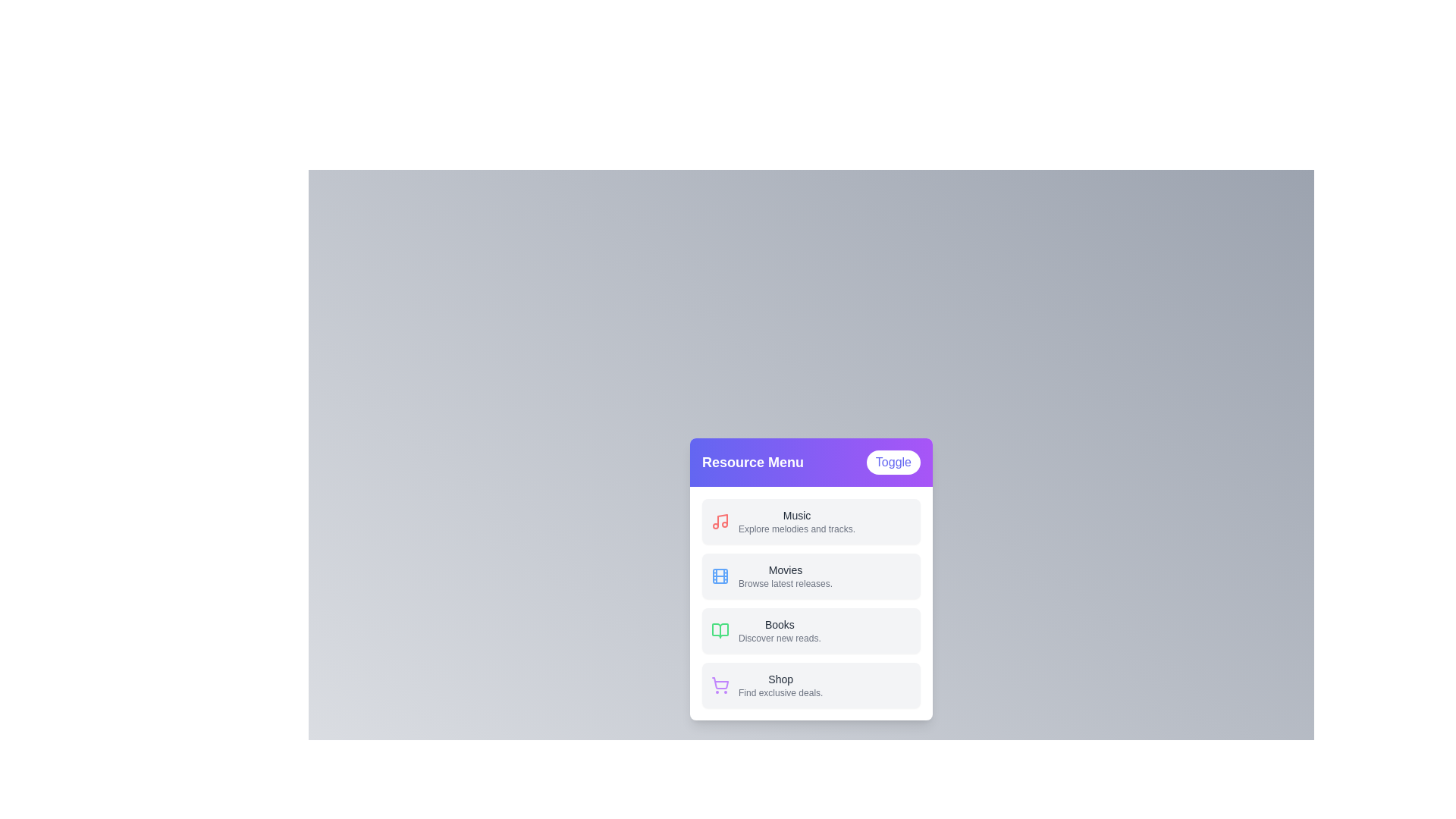 This screenshot has width=1456, height=819. What do you see at coordinates (893, 461) in the screenshot?
I see `the 'Toggle' button to toggle the menu open/close state` at bounding box center [893, 461].